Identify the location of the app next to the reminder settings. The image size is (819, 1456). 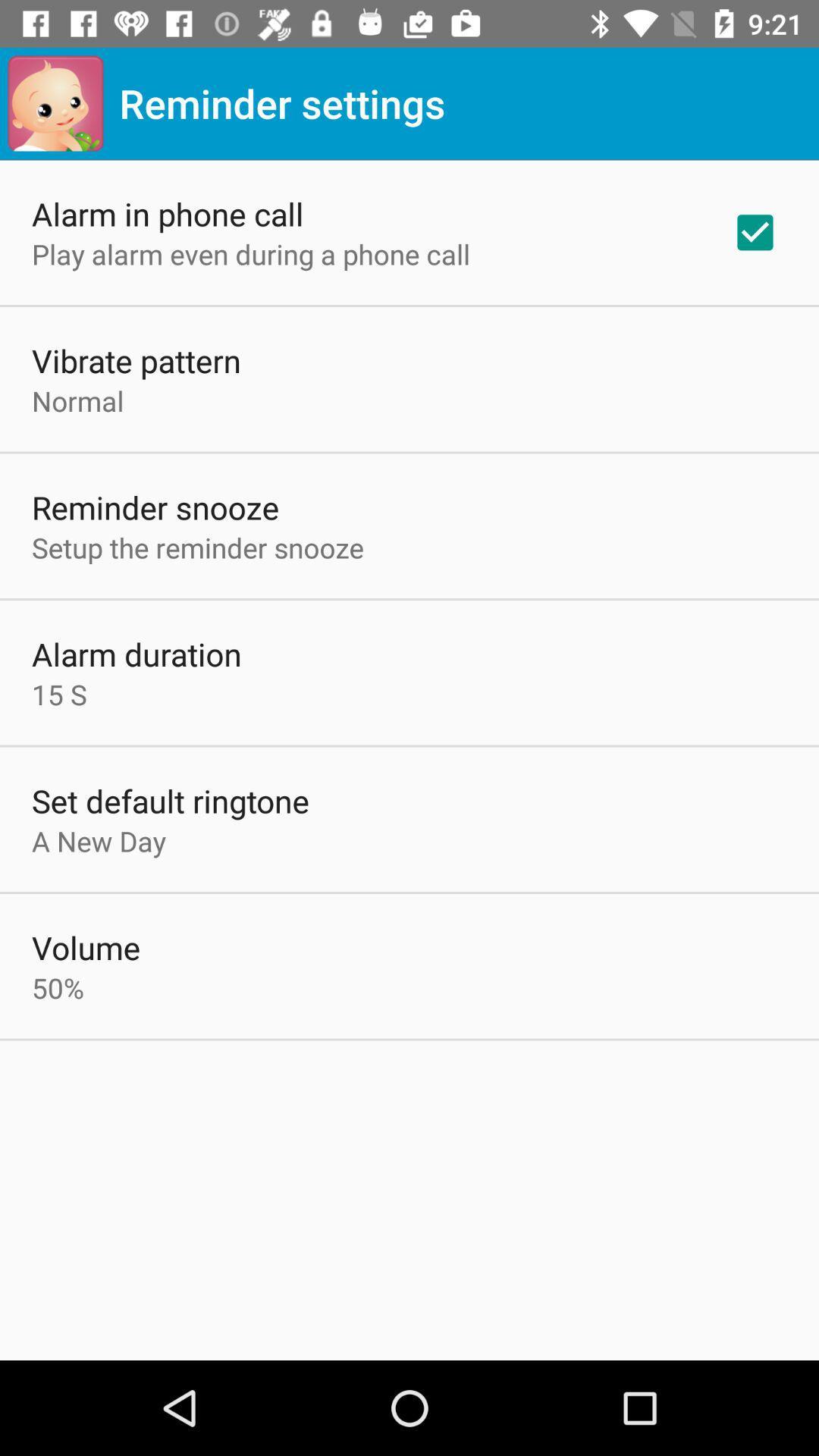
(55, 102).